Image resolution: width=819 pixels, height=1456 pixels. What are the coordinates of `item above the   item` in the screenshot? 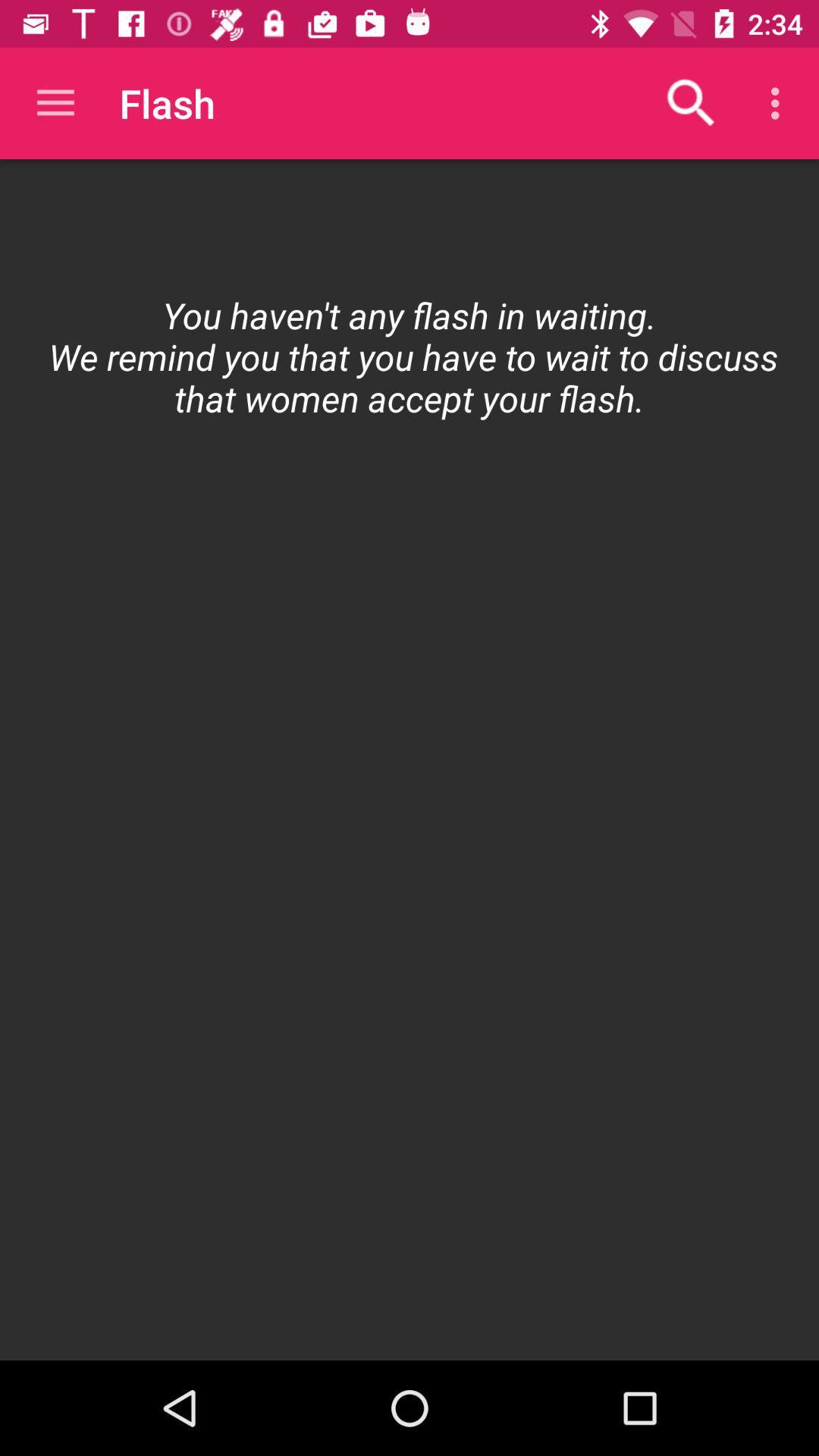 It's located at (55, 102).